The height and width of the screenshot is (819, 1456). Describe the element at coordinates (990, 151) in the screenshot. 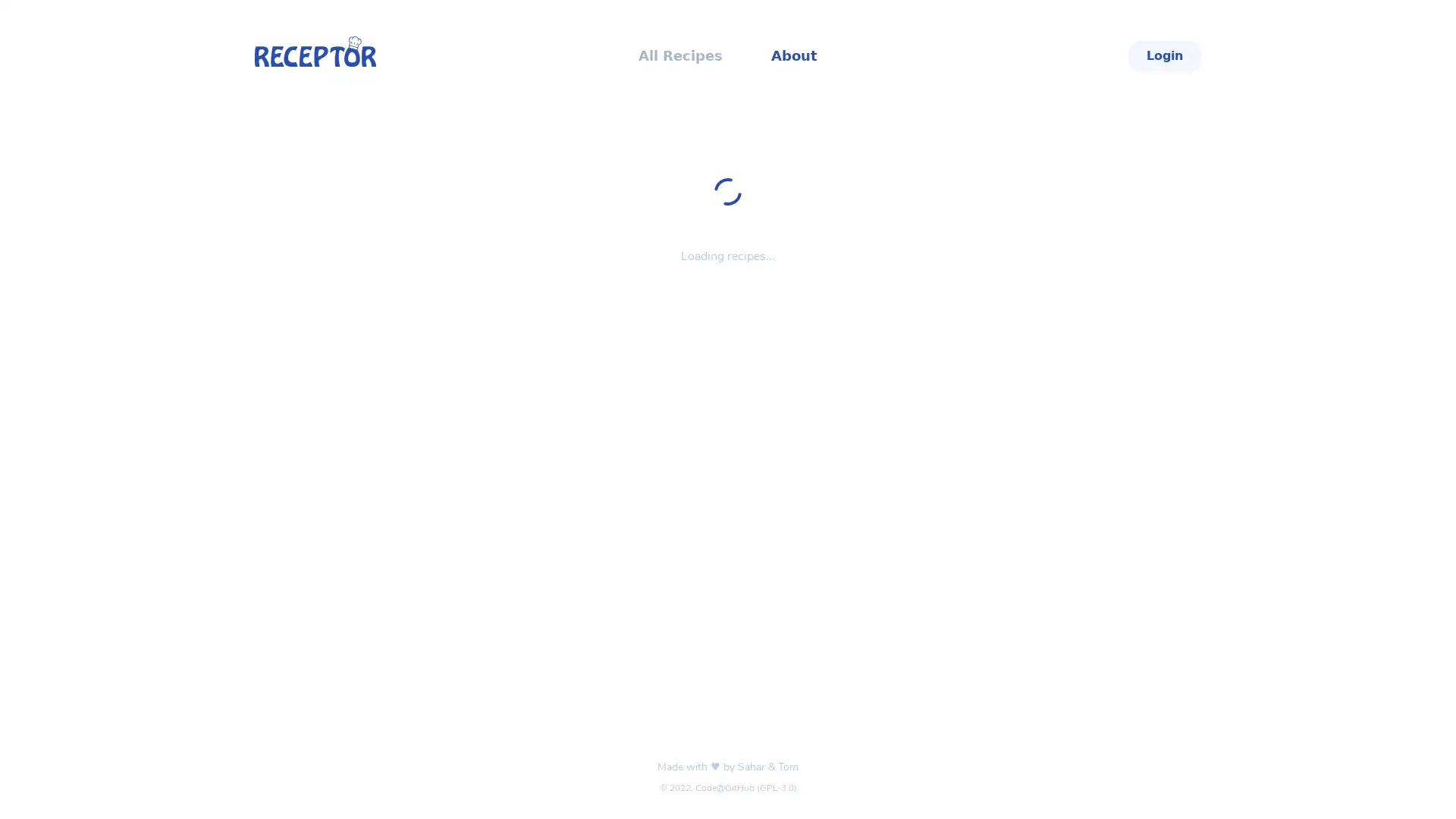

I see `Select Filter` at that location.